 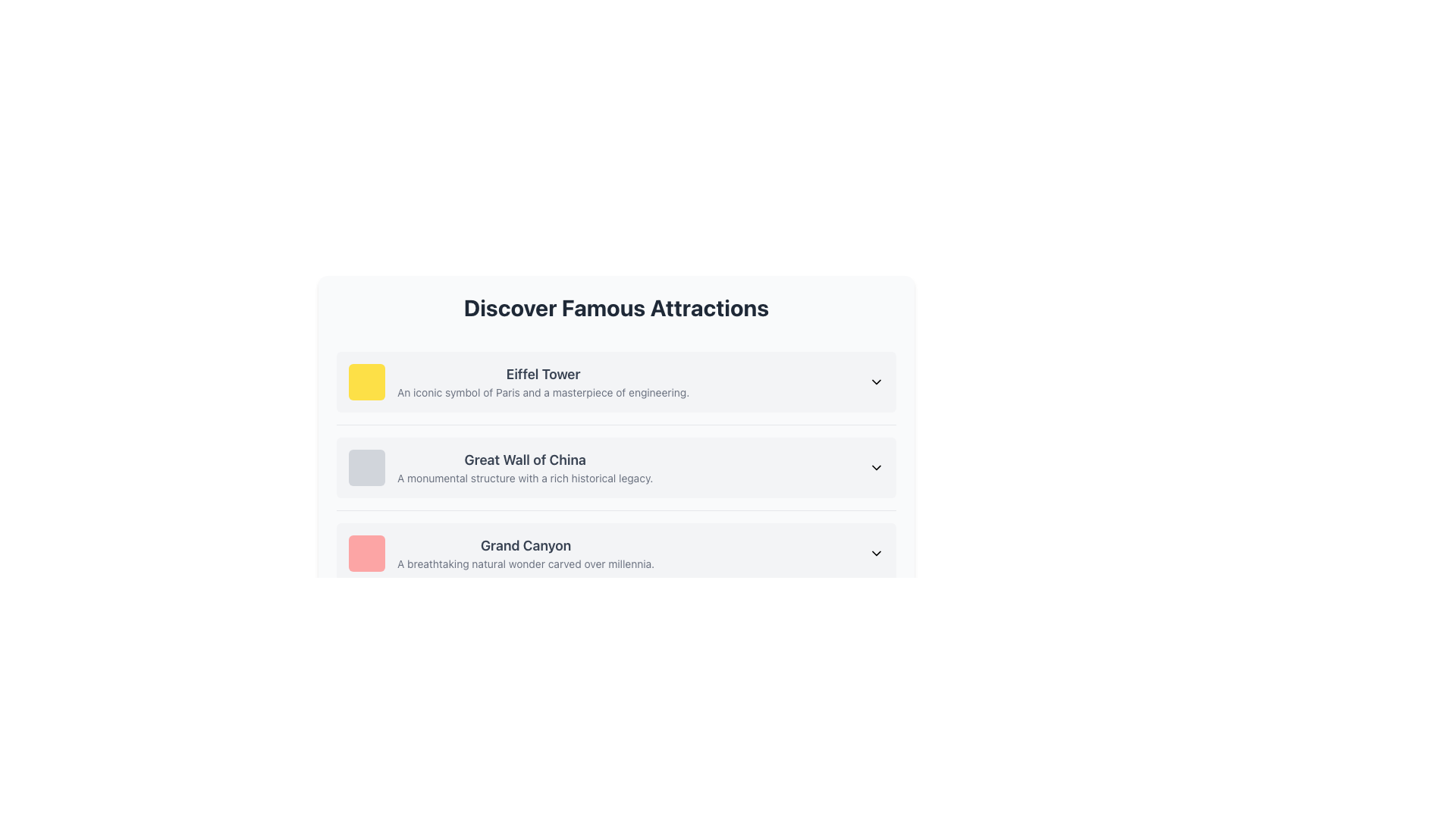 What do you see at coordinates (616, 467) in the screenshot?
I see `the second list item labeled 'Great Wall of China'` at bounding box center [616, 467].